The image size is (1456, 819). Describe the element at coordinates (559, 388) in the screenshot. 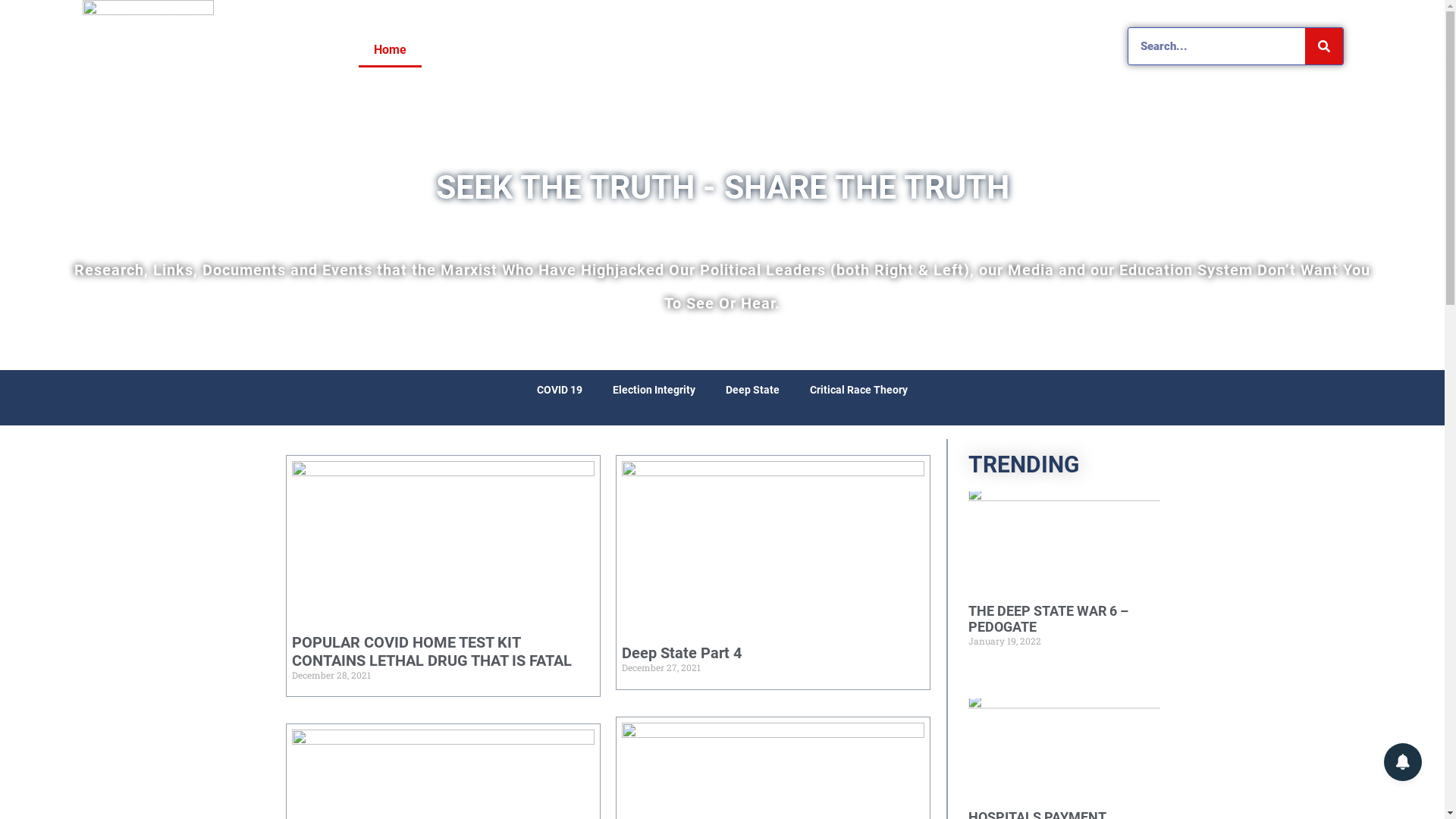

I see `'COVID 19'` at that location.